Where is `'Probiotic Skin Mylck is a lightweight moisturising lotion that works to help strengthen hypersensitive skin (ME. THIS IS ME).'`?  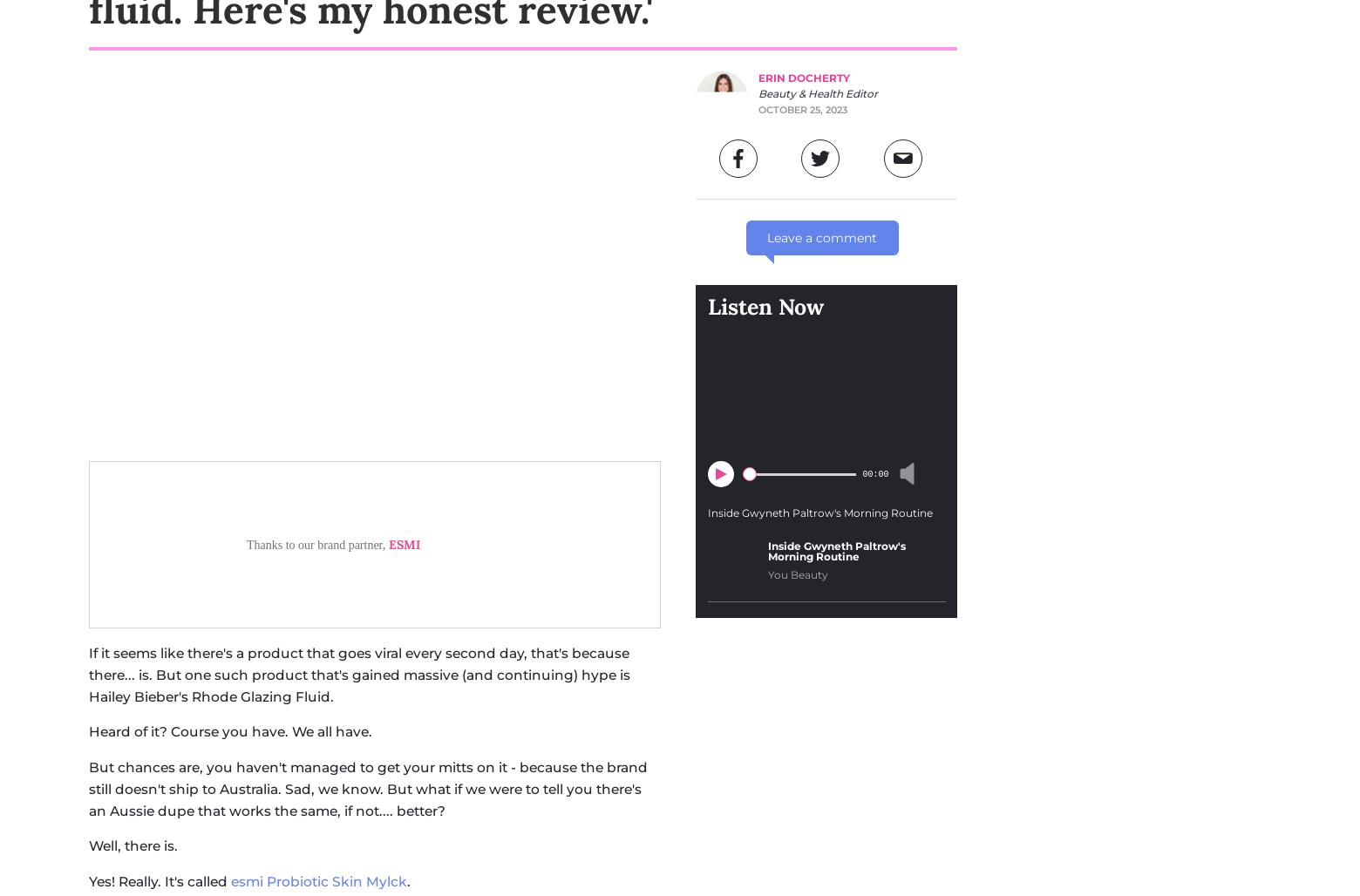
'Probiotic Skin Mylck is a lightweight moisturising lotion that works to help strengthen hypersensitive skin (ME. THIS IS ME).' is located at coordinates (343, 570).